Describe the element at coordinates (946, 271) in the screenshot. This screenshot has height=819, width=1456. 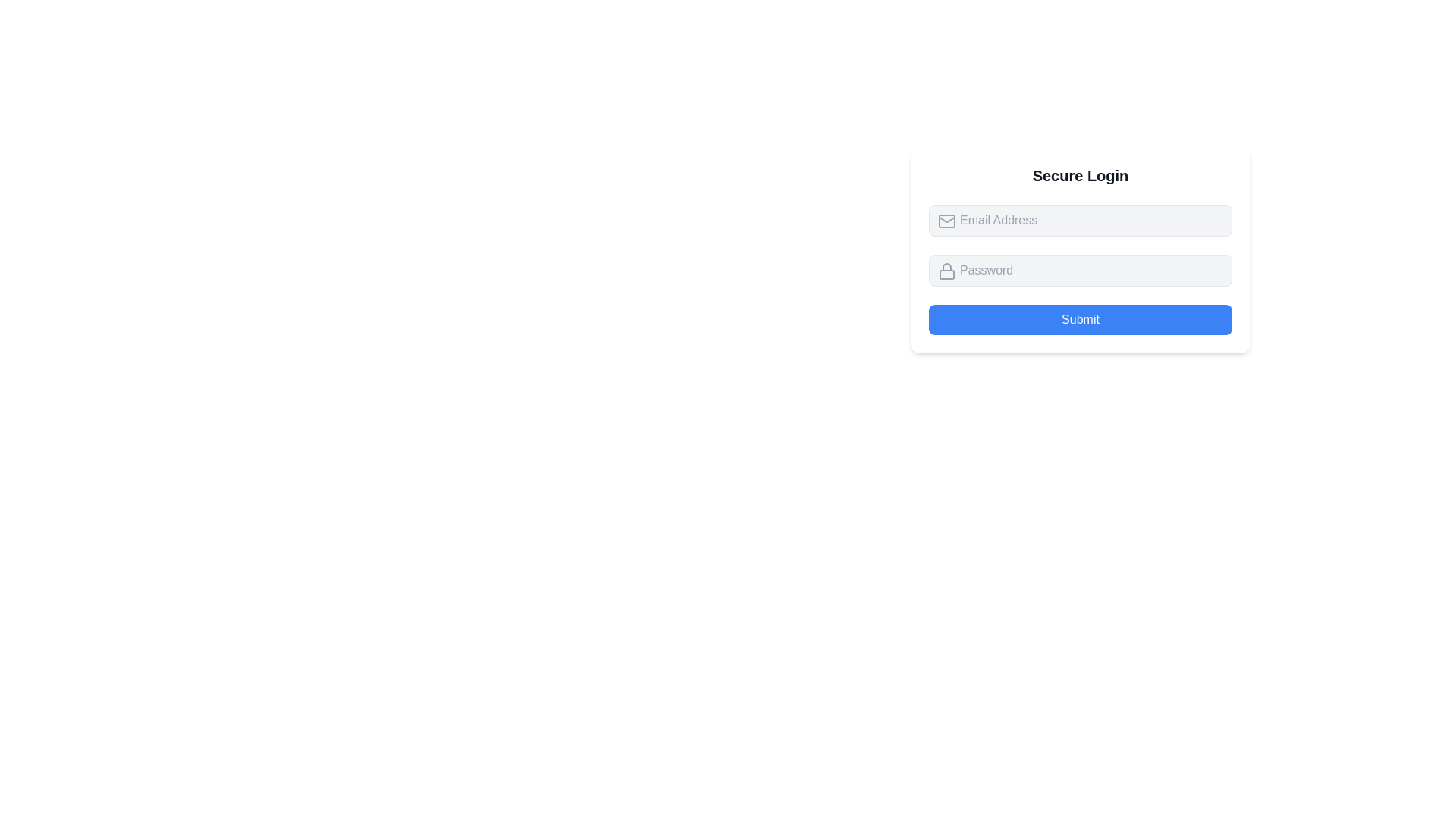
I see `the minimalist lock icon used for security in the password input field, which is positioned near the left margin of the field` at that location.